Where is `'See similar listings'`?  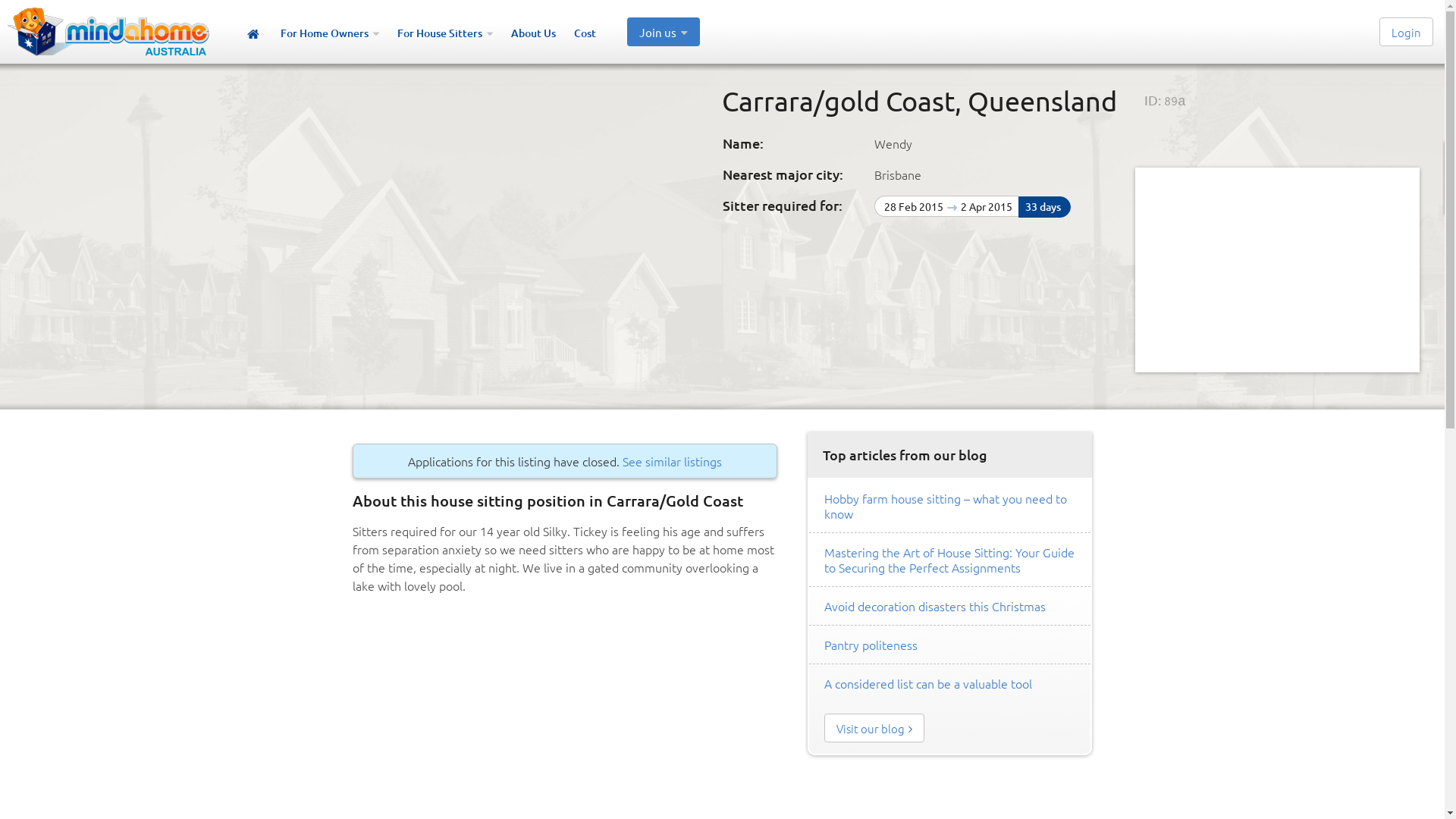 'See similar listings' is located at coordinates (671, 460).